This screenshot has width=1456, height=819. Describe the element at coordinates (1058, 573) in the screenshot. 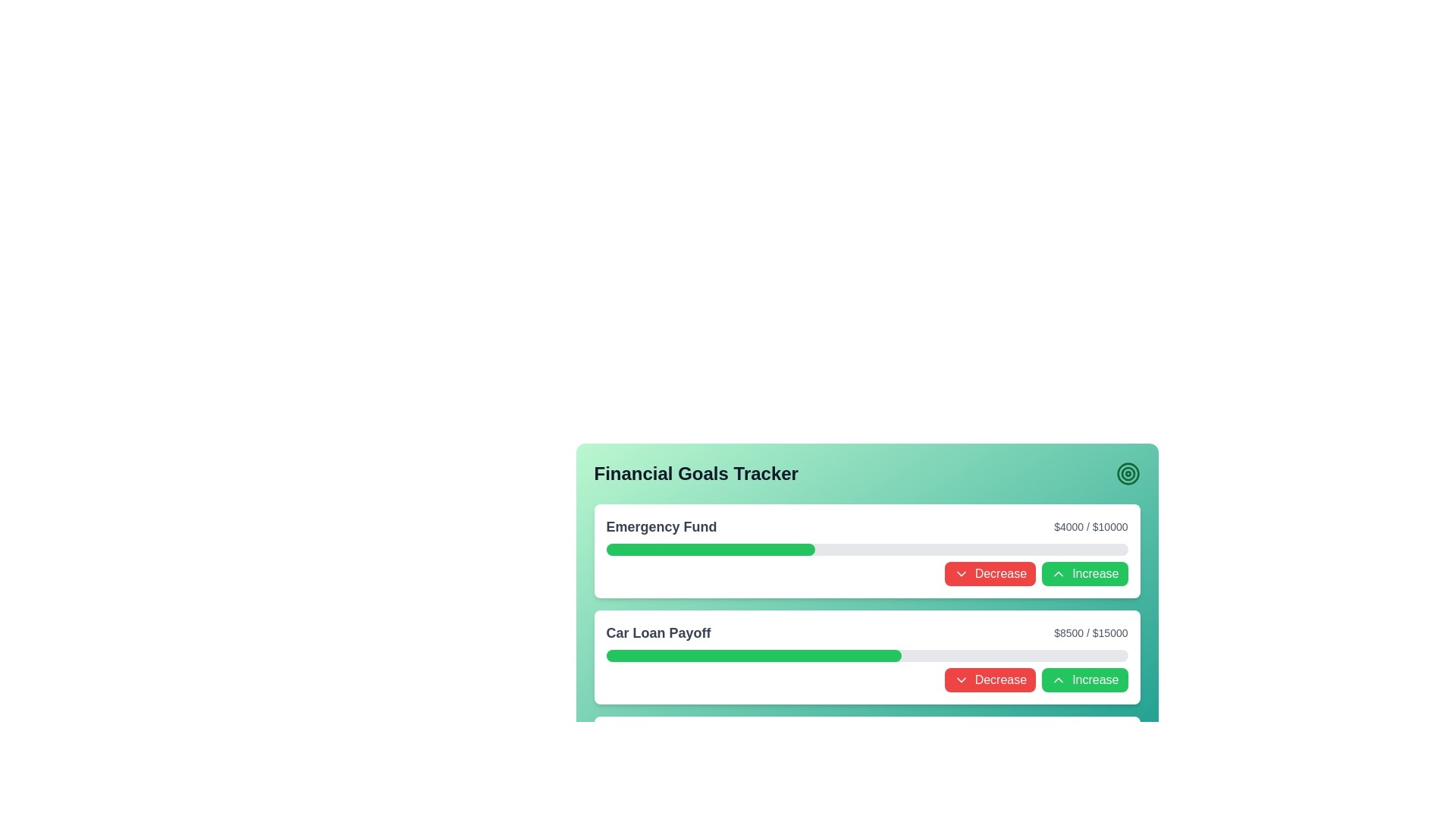

I see `the upward chevron SVG icon within the green 'Increase' button, which is located to the right of the 'Decrease' button in the goal tracker row titled 'Emergency Fund'` at that location.